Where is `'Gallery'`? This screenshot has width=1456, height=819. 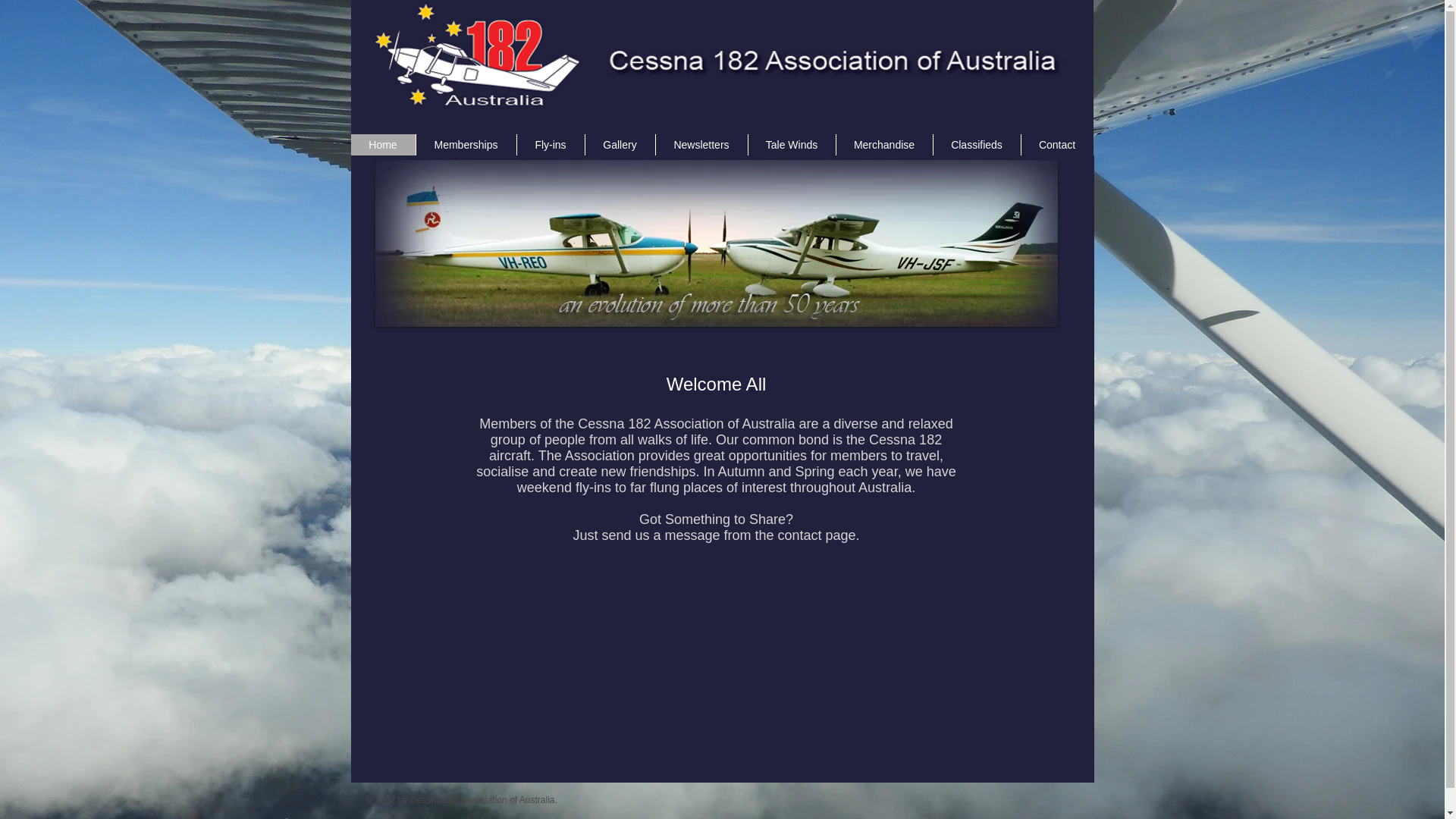 'Gallery' is located at coordinates (619, 145).